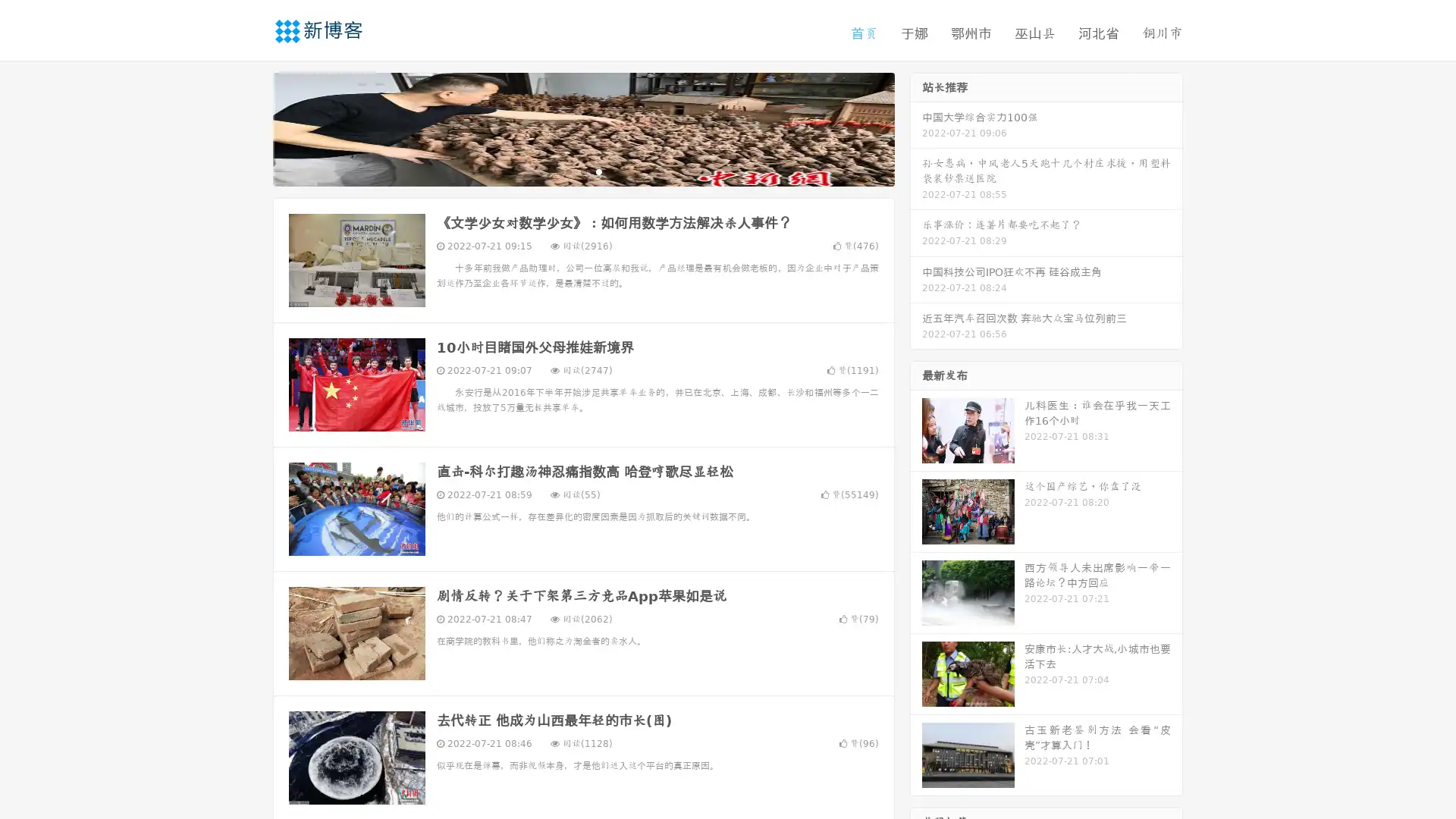  Describe the element at coordinates (250, 127) in the screenshot. I see `Previous slide` at that location.